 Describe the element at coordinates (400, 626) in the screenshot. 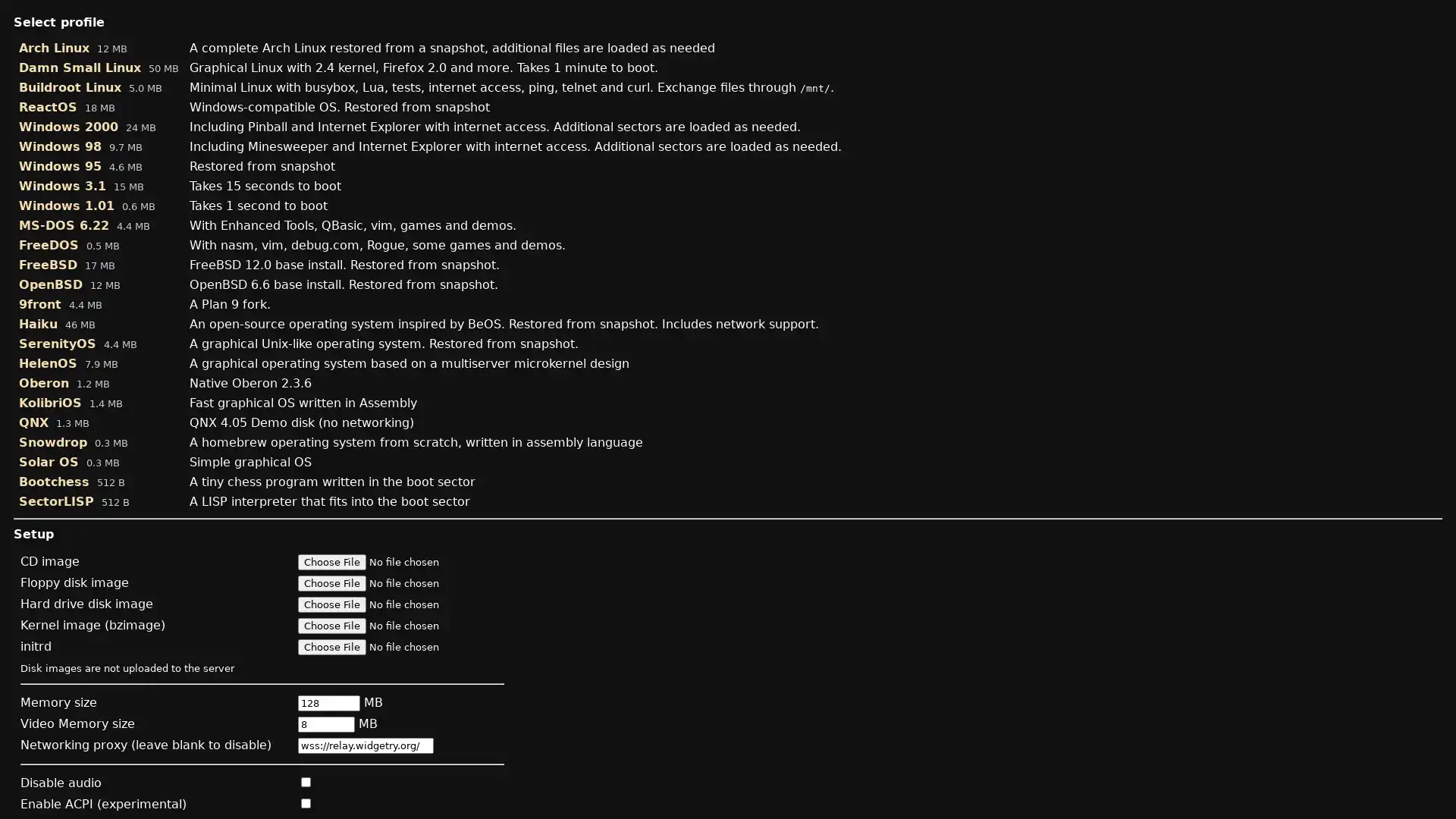

I see `Kernel image (bzimage)` at that location.